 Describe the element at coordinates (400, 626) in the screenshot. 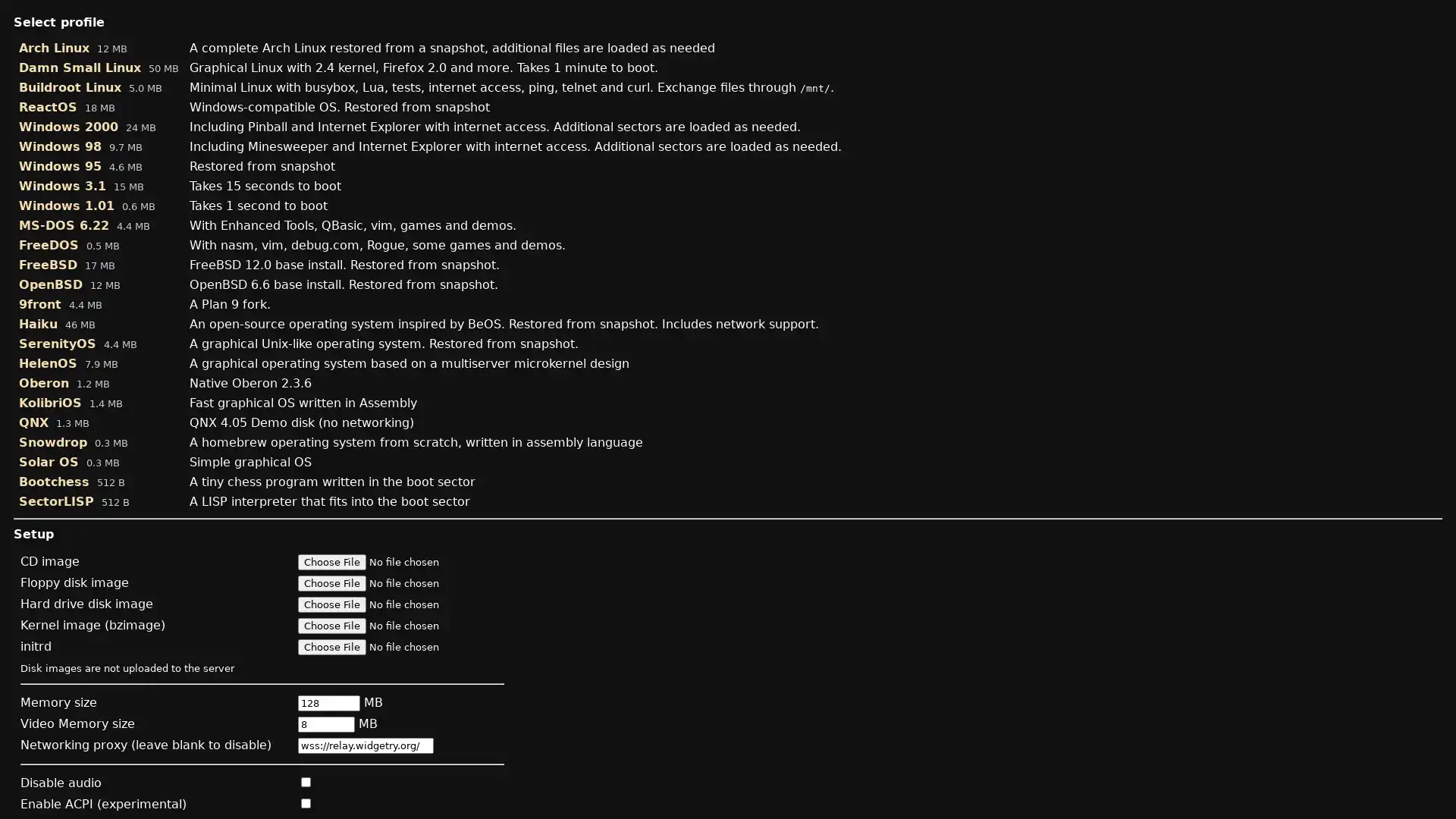

I see `Kernel image (bzimage)` at that location.